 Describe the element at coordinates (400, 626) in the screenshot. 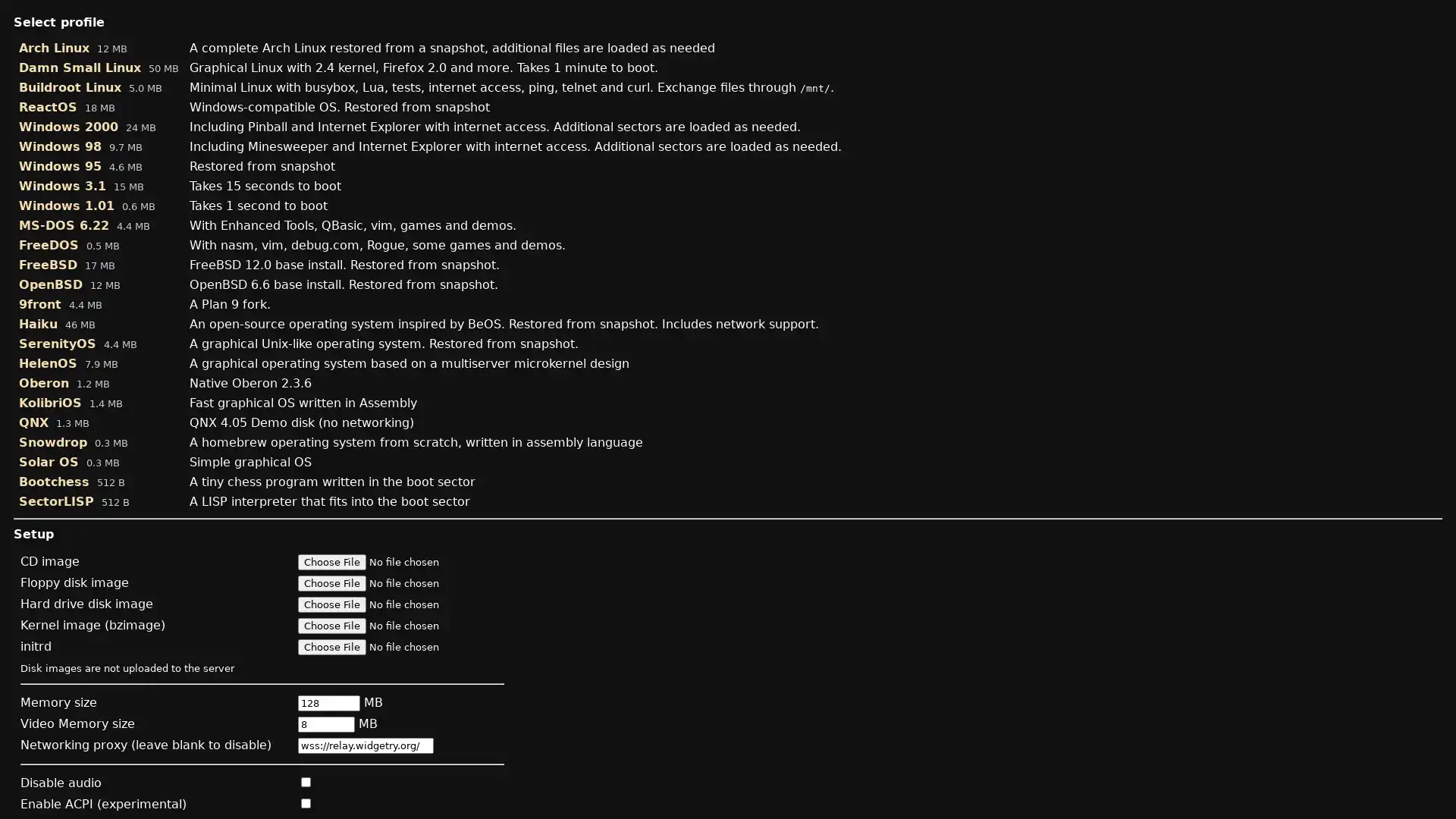

I see `Kernel image (bzimage)` at that location.